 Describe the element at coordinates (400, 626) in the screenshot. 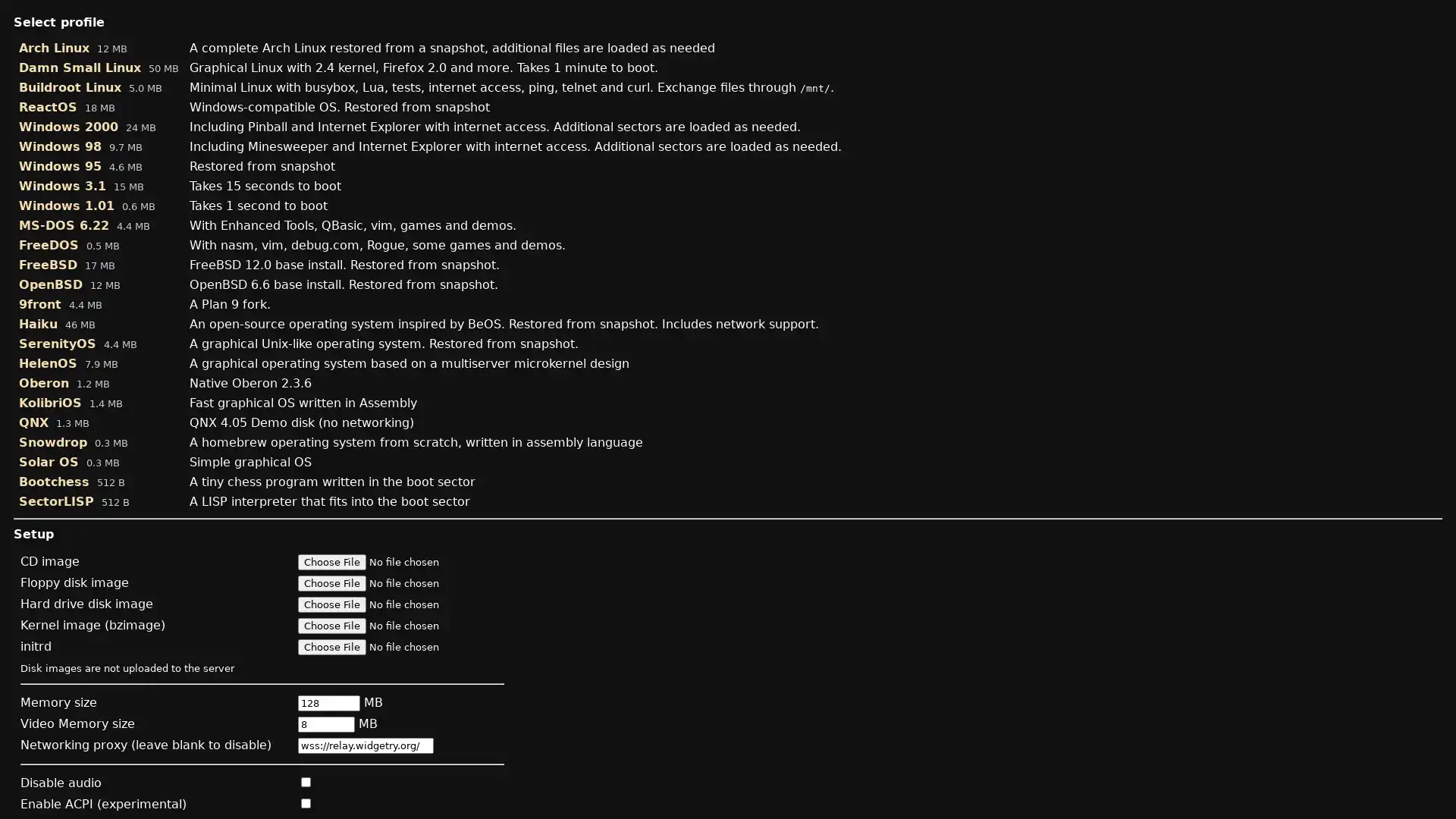

I see `Kernel image (bzimage)` at that location.